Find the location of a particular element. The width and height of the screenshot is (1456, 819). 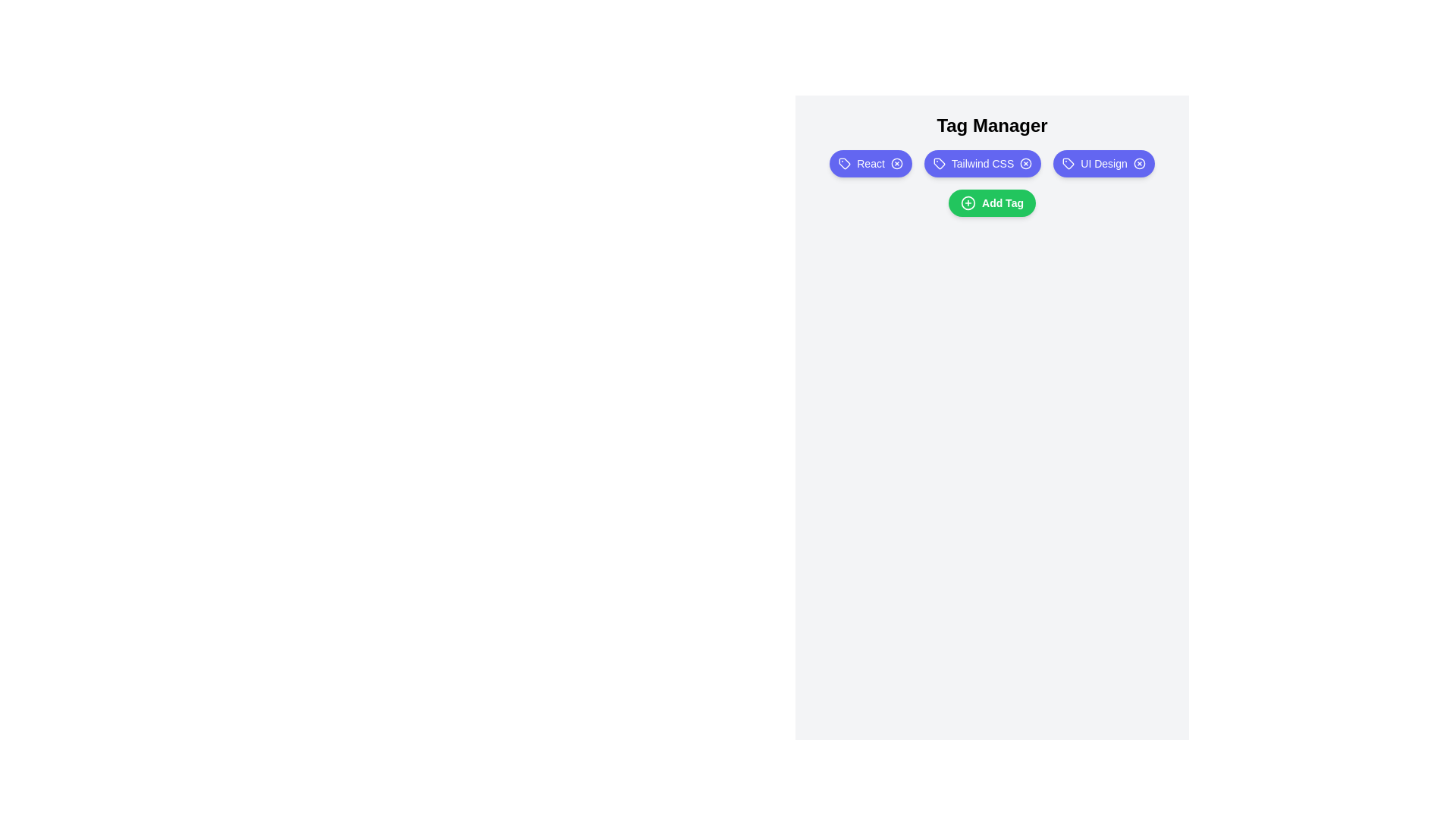

the tag labeled Tailwind CSS by clicking its remove icon is located at coordinates (1026, 164).